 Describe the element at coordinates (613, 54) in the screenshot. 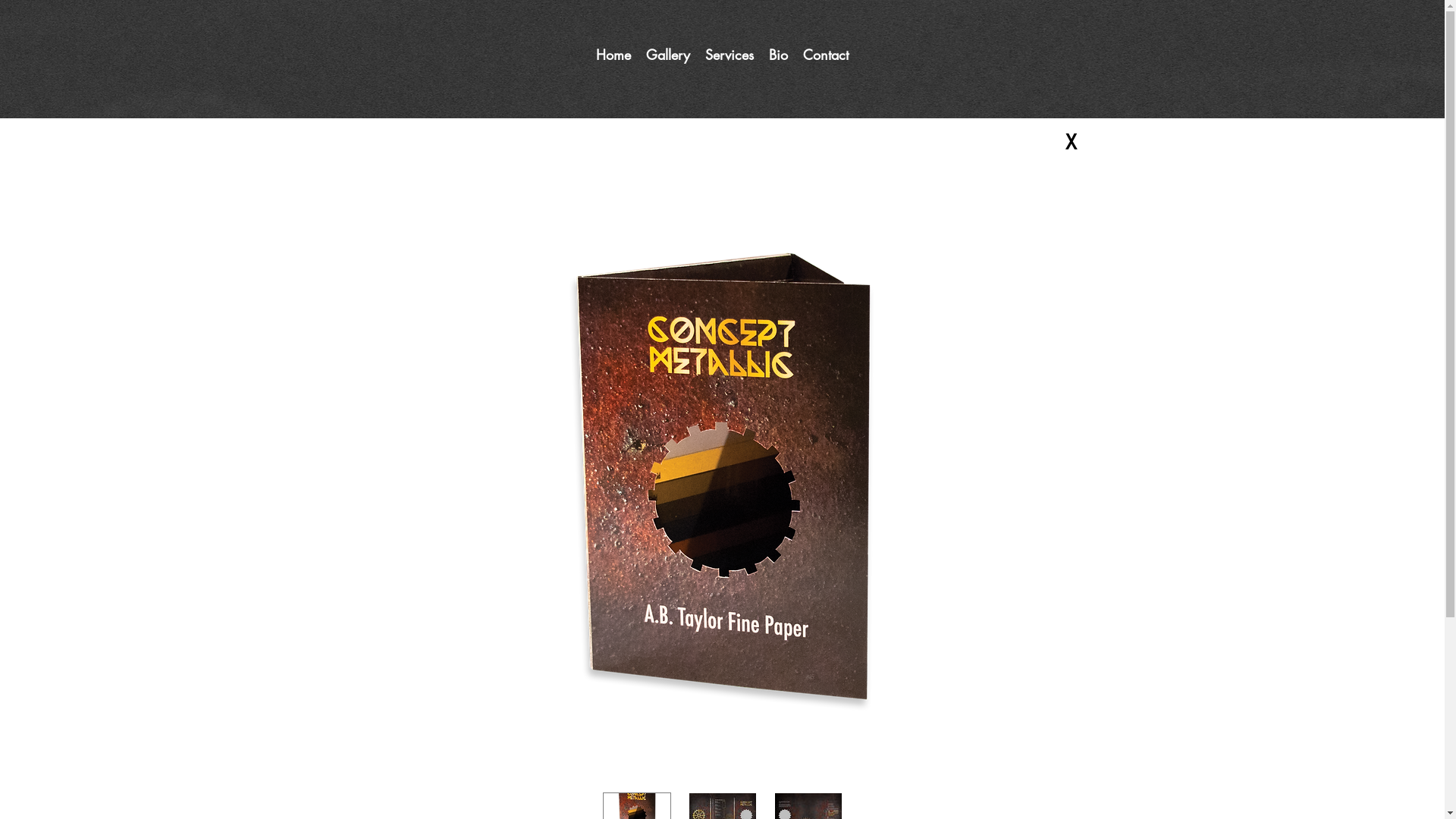

I see `'Home'` at that location.